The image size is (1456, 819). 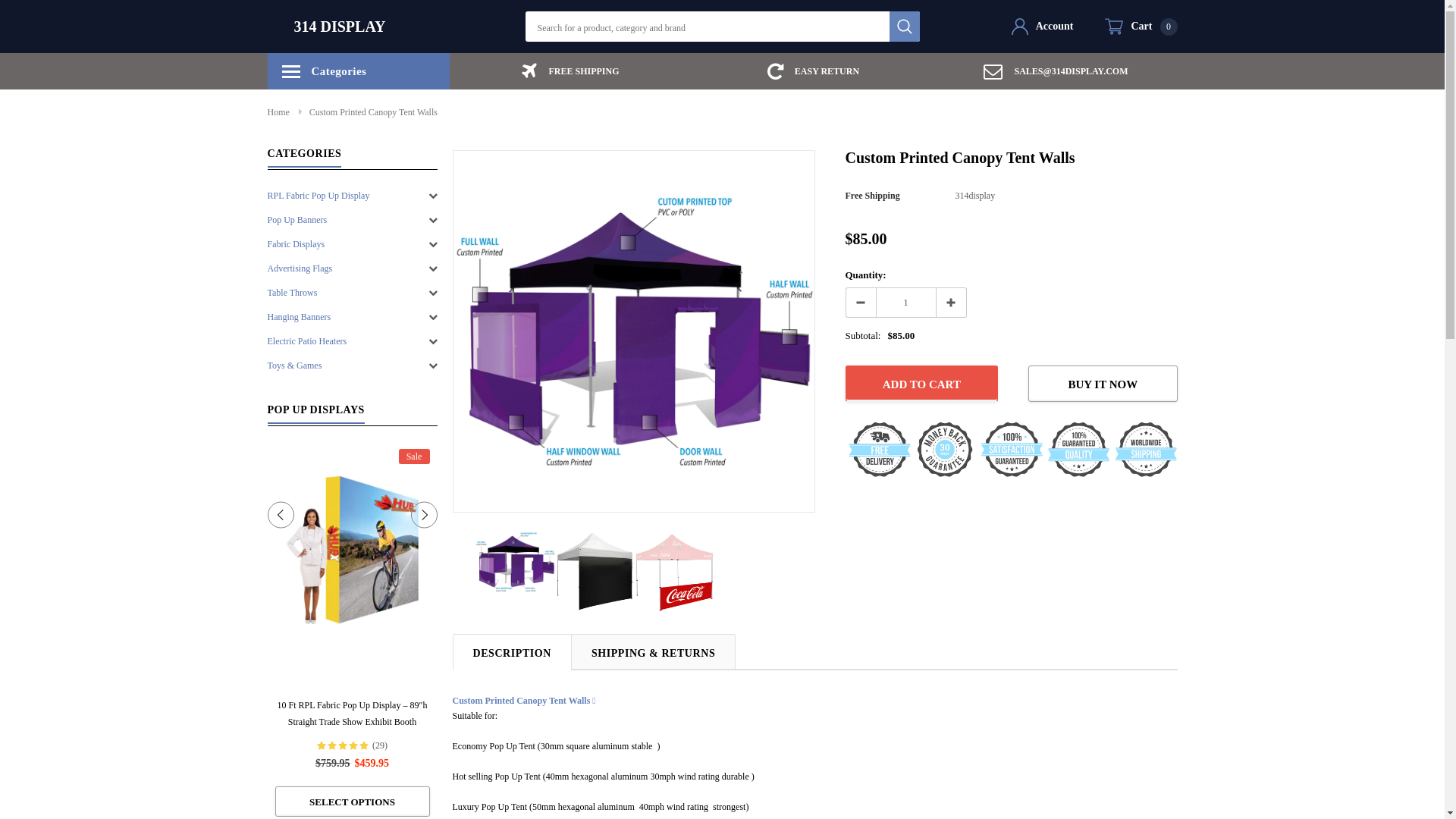 What do you see at coordinates (266, 71) in the screenshot?
I see `'Categories'` at bounding box center [266, 71].